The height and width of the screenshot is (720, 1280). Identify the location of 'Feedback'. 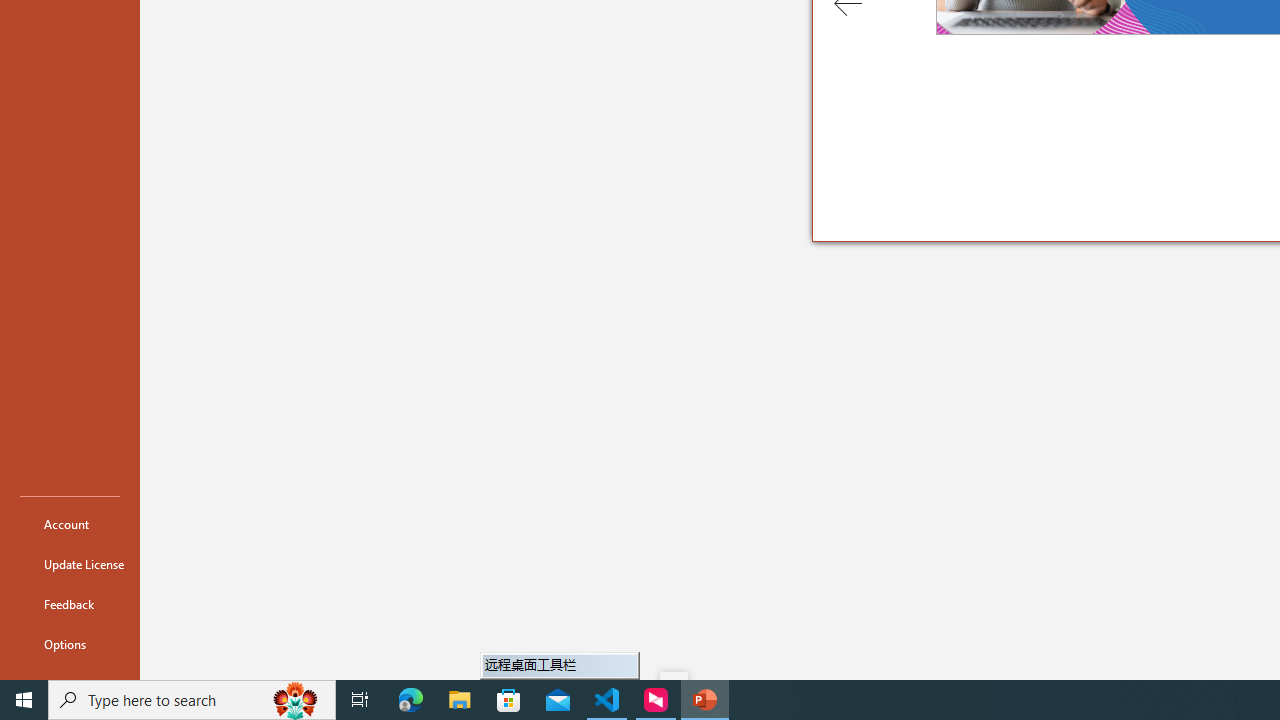
(69, 603).